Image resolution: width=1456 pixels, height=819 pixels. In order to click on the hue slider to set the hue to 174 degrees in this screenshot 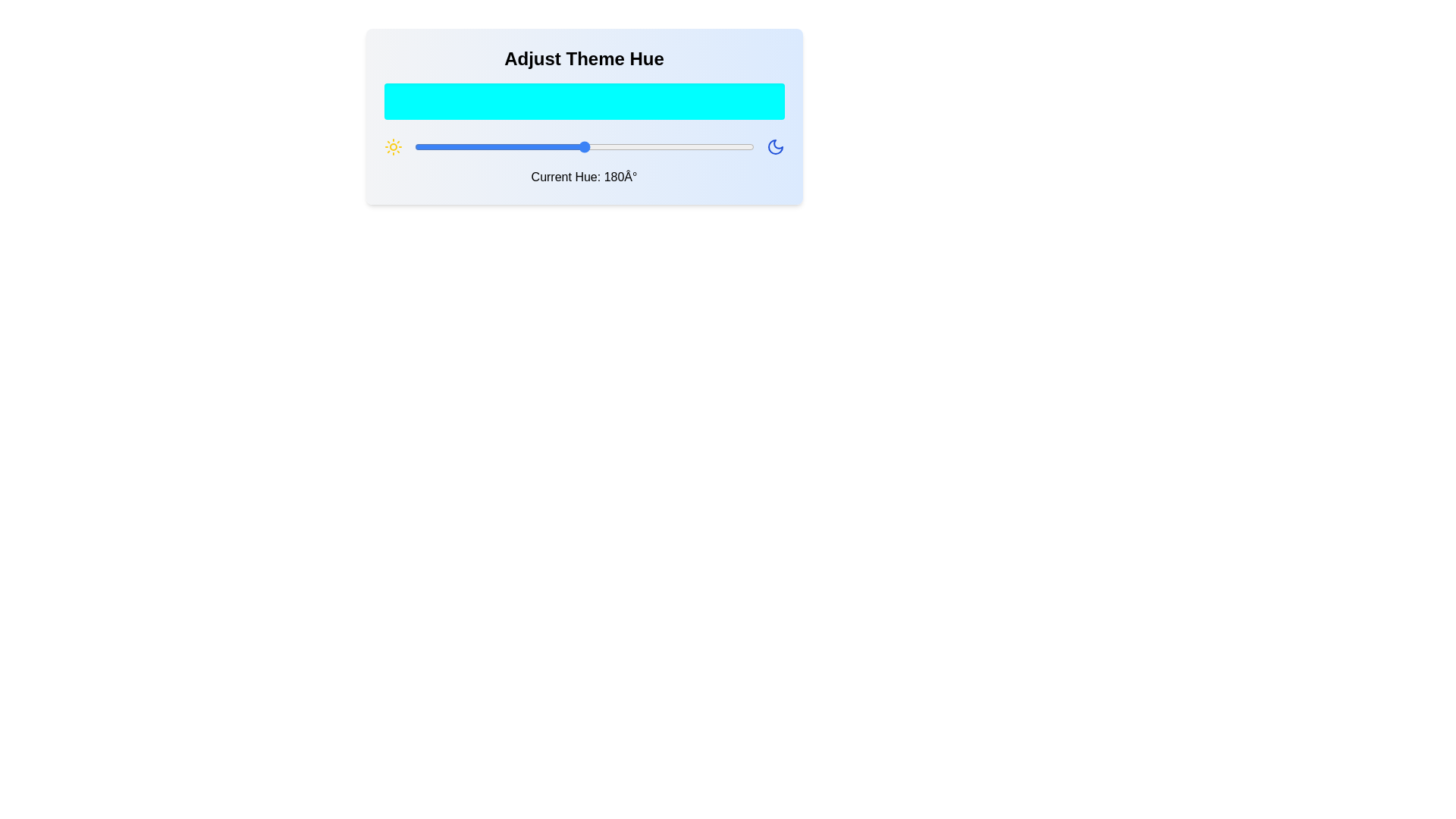, I will do `click(578, 146)`.